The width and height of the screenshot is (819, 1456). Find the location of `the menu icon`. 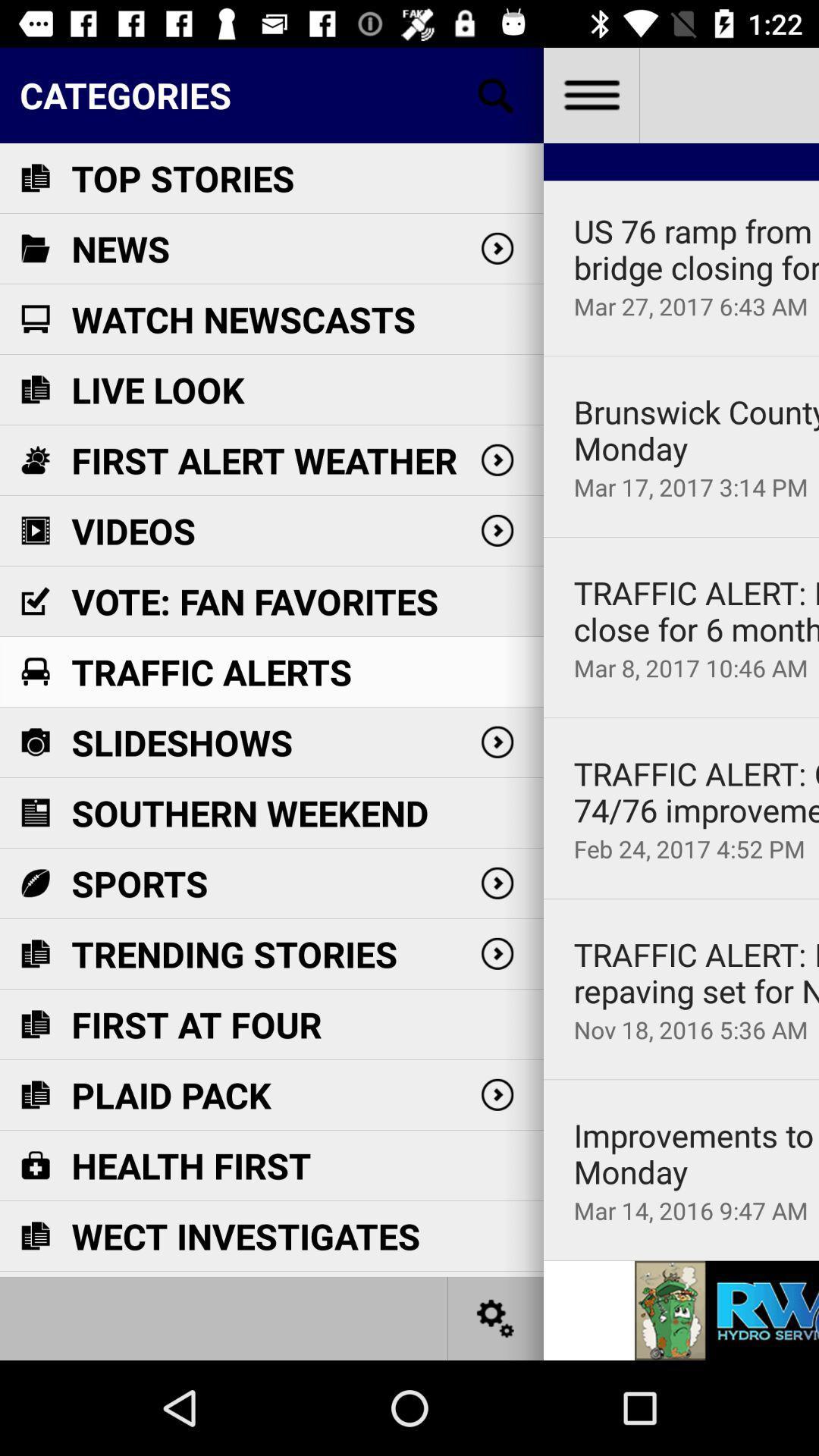

the menu icon is located at coordinates (590, 94).